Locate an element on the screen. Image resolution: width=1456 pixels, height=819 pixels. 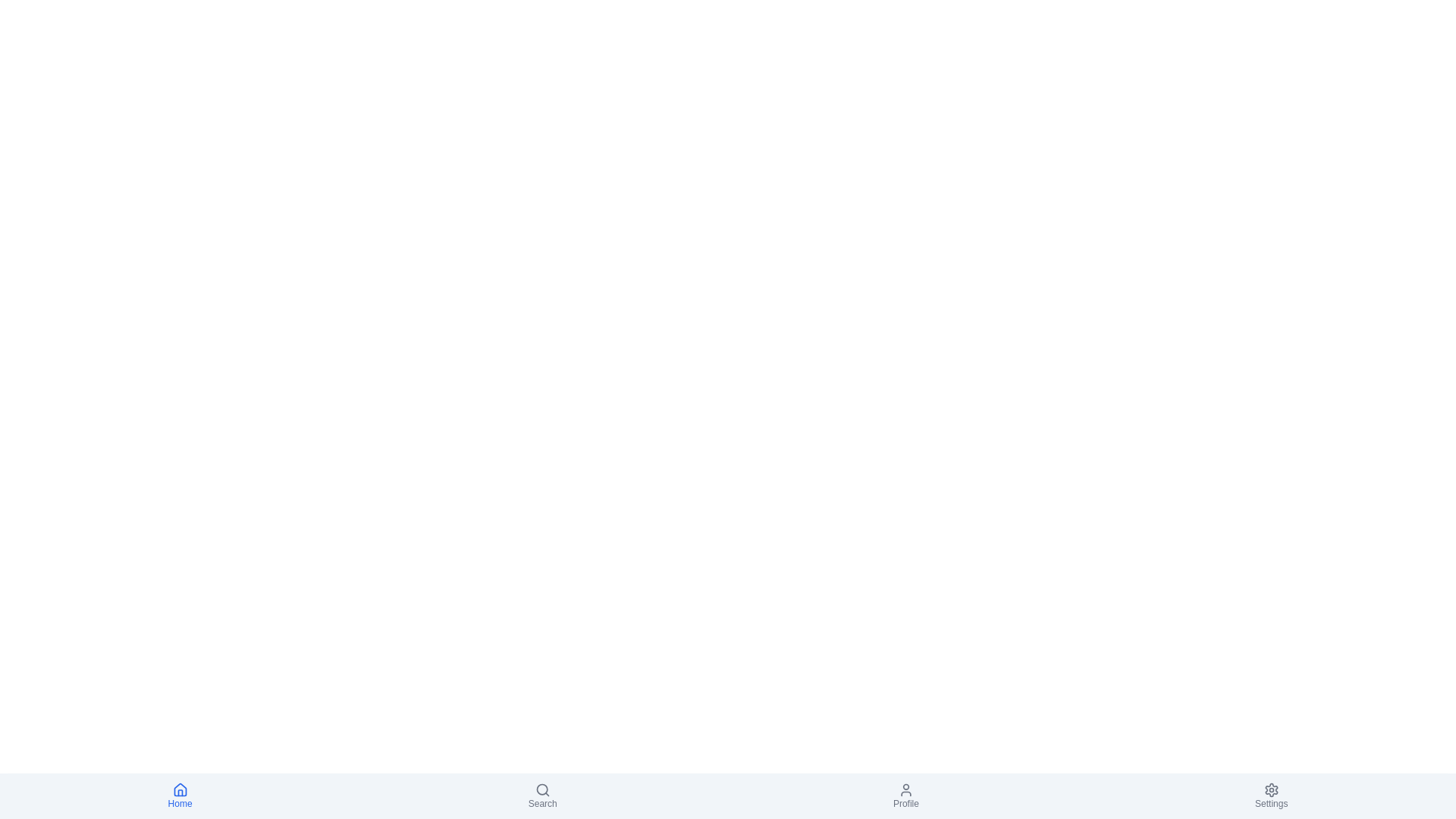
the settings icon located on the far right of the bottom navigation bar is located at coordinates (1271, 789).